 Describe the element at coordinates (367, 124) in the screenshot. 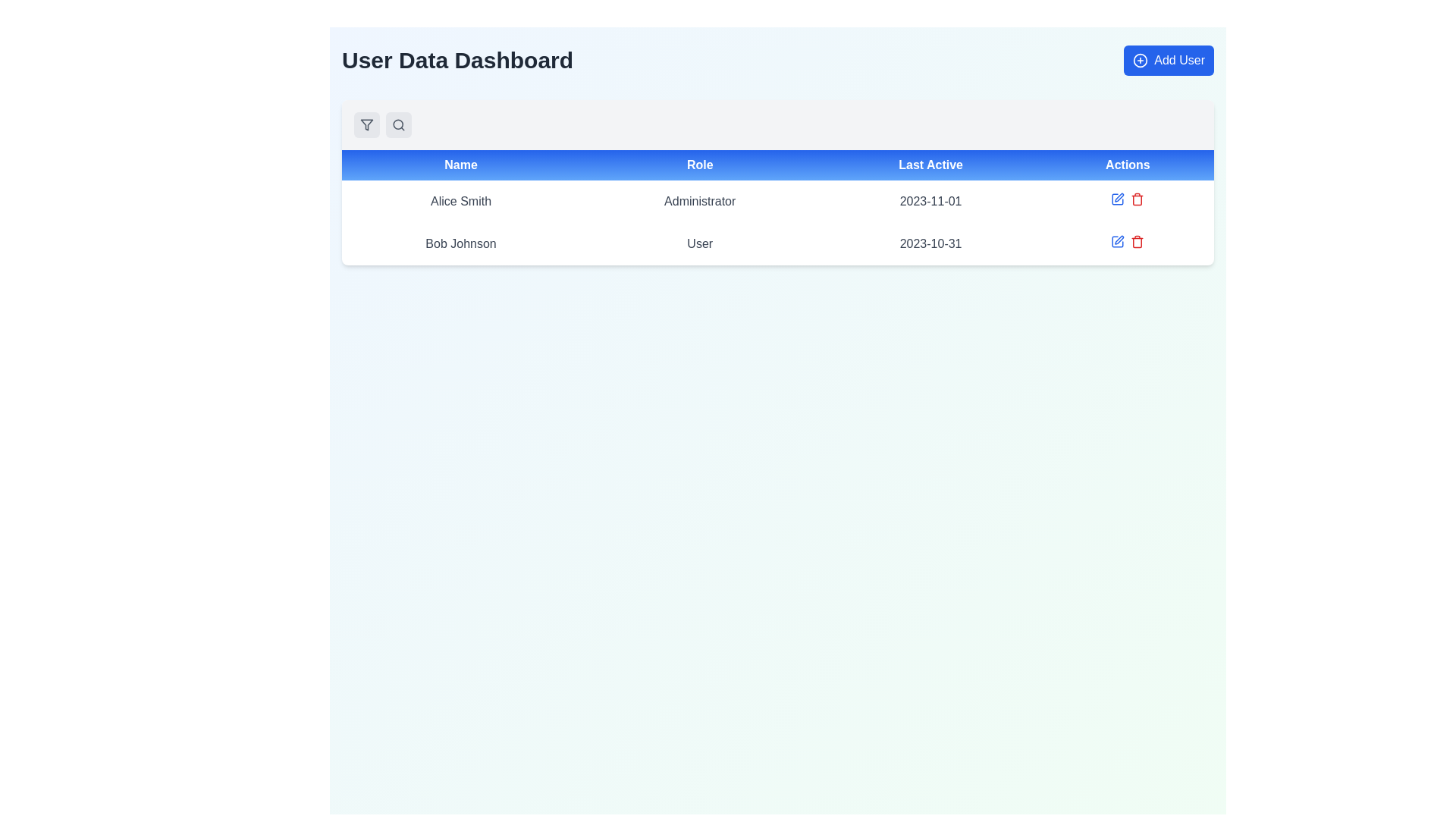

I see `the filter icon located in the top-left section of the interface, adjacent to a magnifying glass icon` at that location.